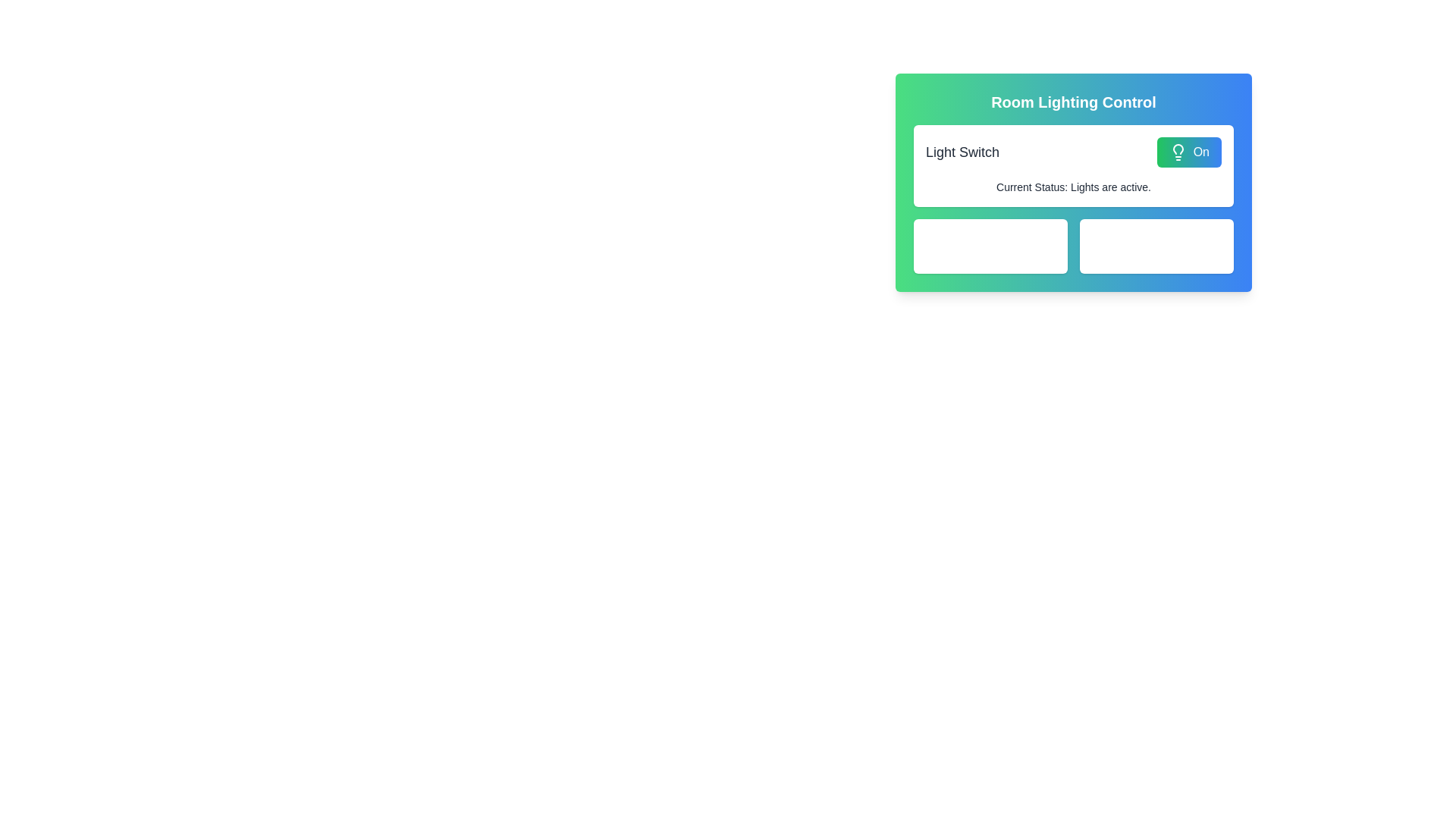 This screenshot has height=819, width=1456. I want to click on the rectangular button with a gradient background transitioning from green to blue, featuring a white lightbulb icon on the left and the text 'On' on the right, located in the upper-right corner of the 'Light Switch' section to engage hover effects, so click(1188, 152).